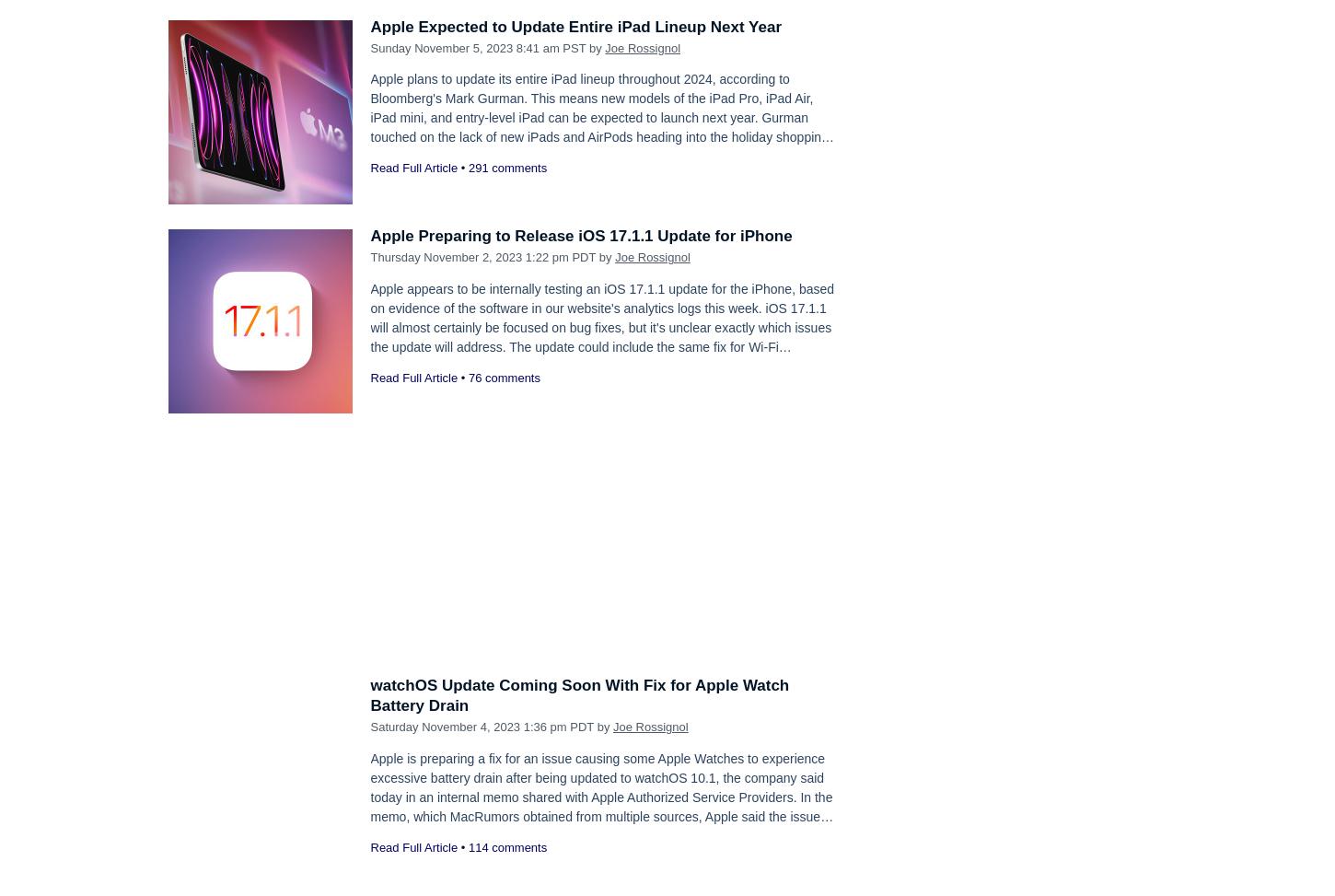 This screenshot has height=896, width=1335. What do you see at coordinates (578, 694) in the screenshot?
I see `'watchOS Update Coming Soon With Fix for Apple Watch Battery Drain'` at bounding box center [578, 694].